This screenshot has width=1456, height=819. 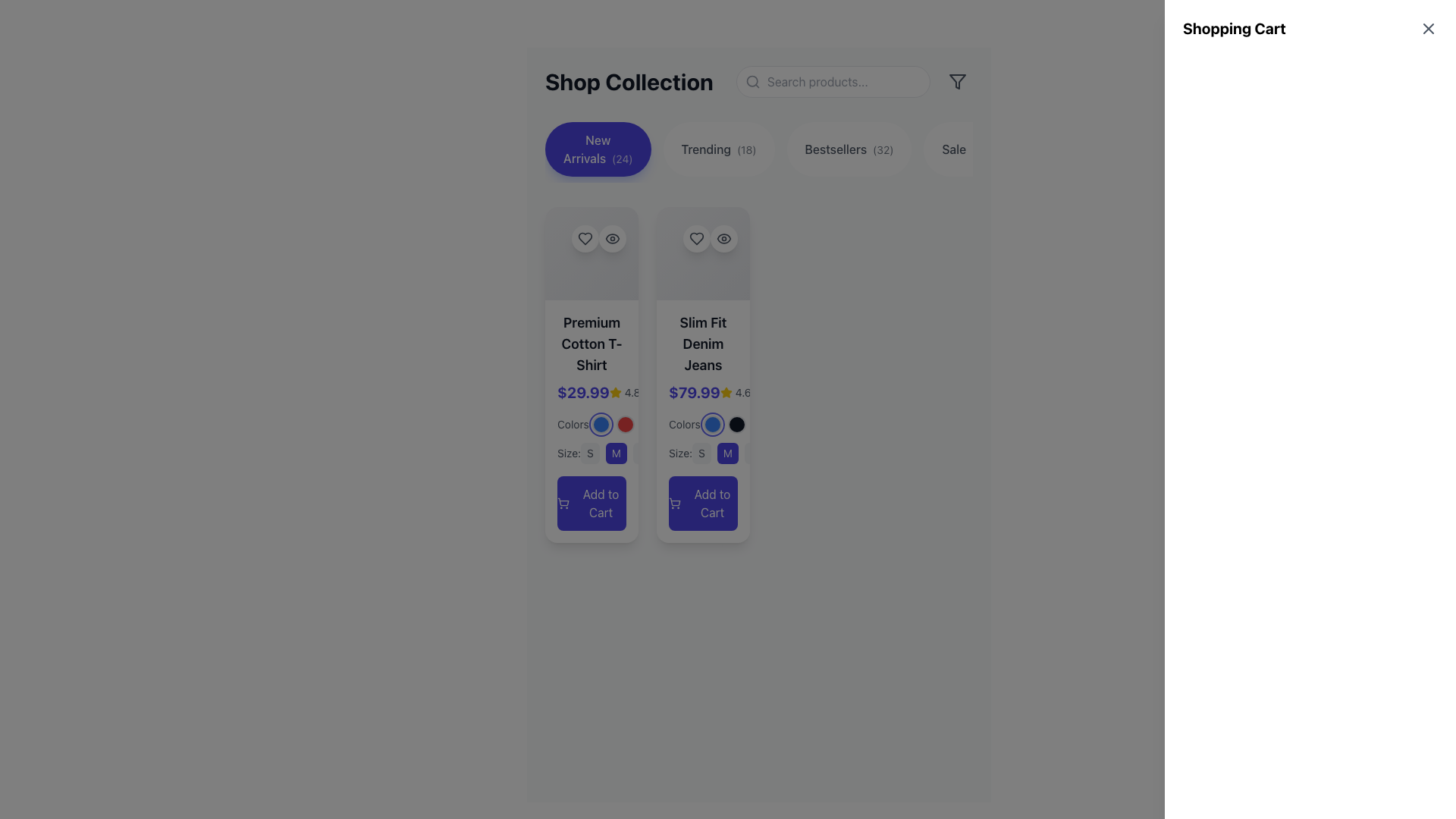 I want to click on the 'Add to Cart' button, which is a rectangular button with white text on a blue background, located below the 'Size' section in the 'Premium Cotton T-Shirt' card, so click(x=591, y=503).